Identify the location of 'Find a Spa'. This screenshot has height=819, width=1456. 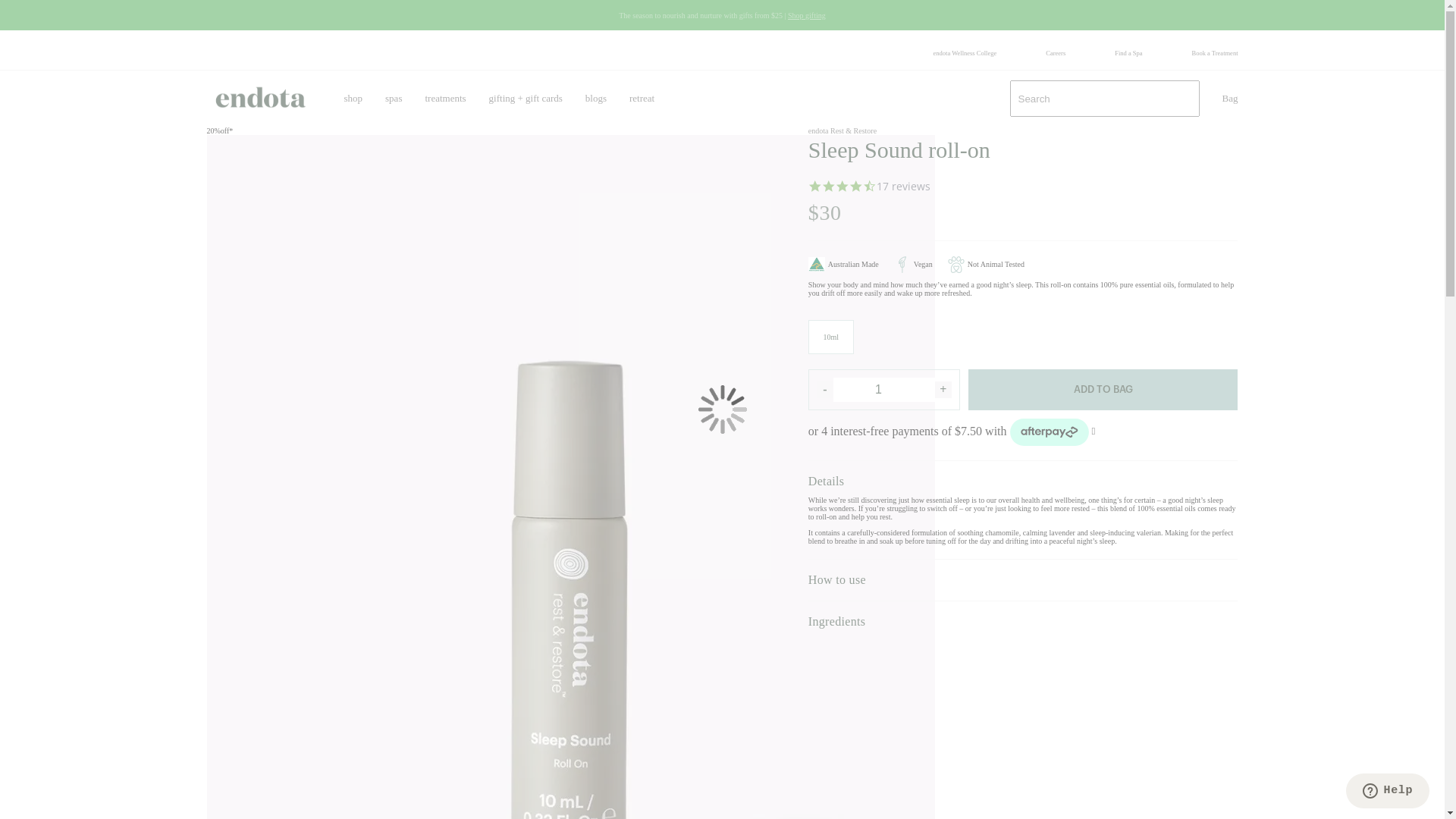
(1128, 52).